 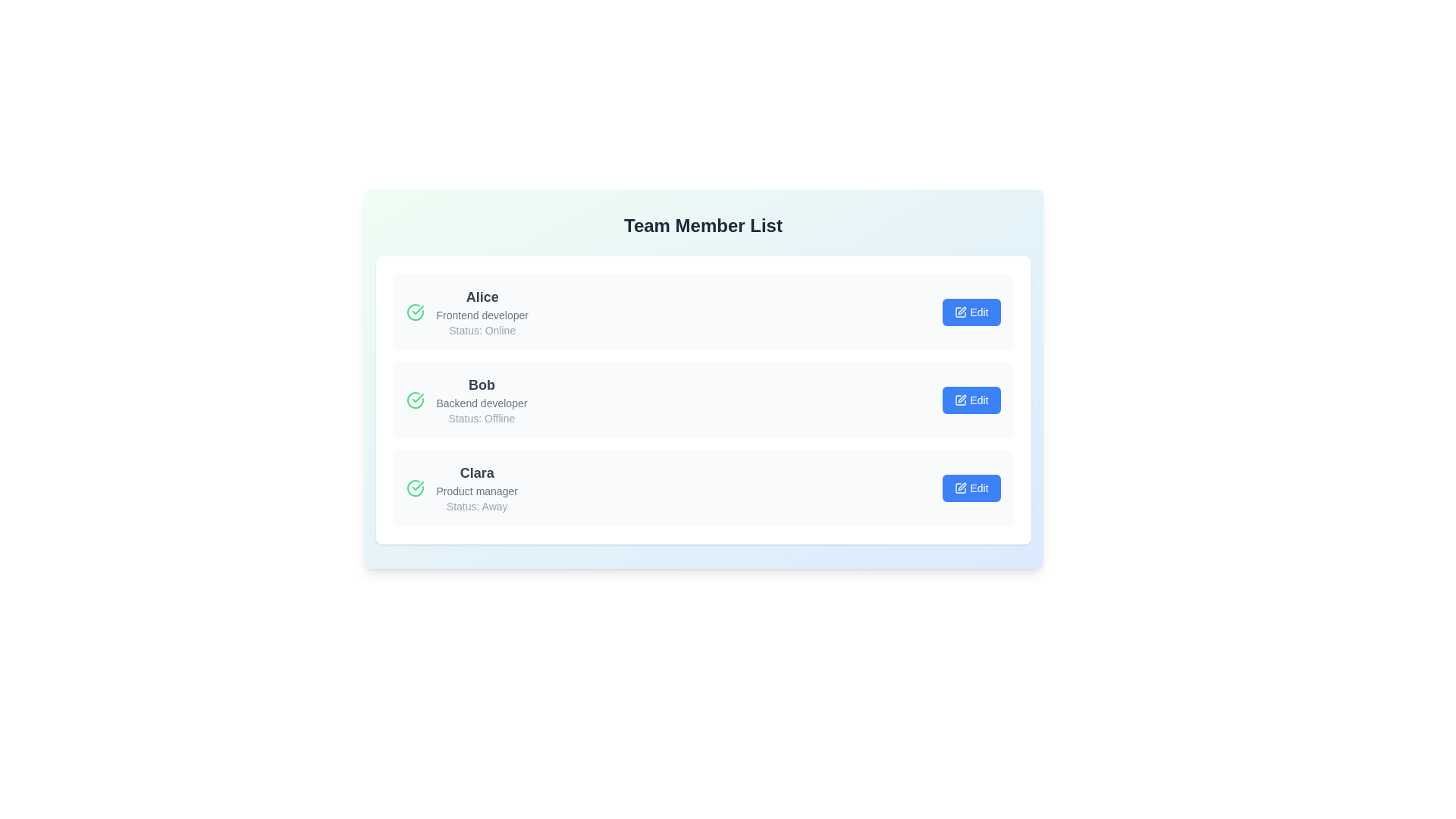 I want to click on 'Edit' button for the user Clara, so click(x=971, y=488).